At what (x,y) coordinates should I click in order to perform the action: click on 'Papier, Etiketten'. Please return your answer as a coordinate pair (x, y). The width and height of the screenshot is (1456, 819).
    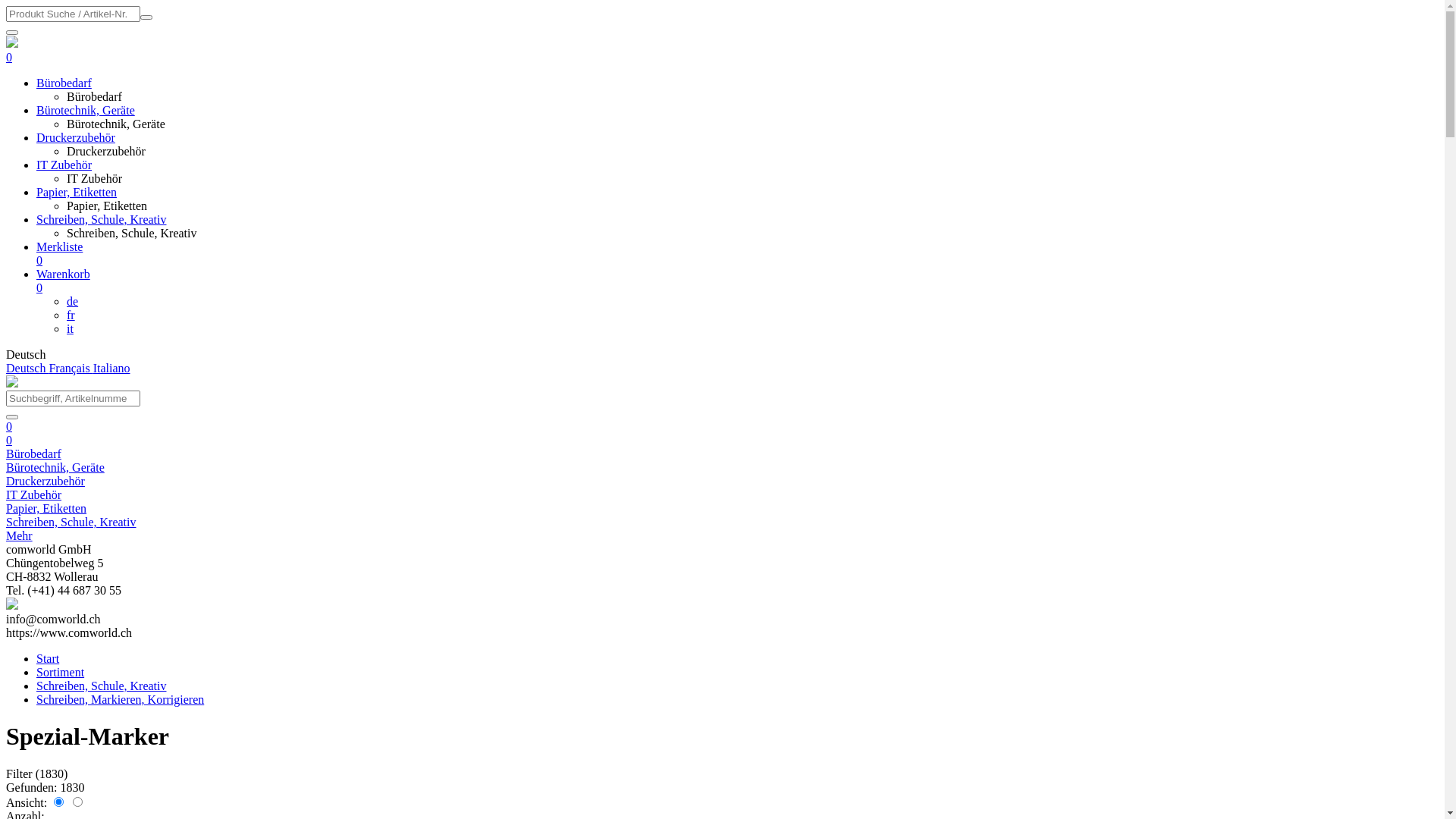
    Looking at the image, I should click on (46, 508).